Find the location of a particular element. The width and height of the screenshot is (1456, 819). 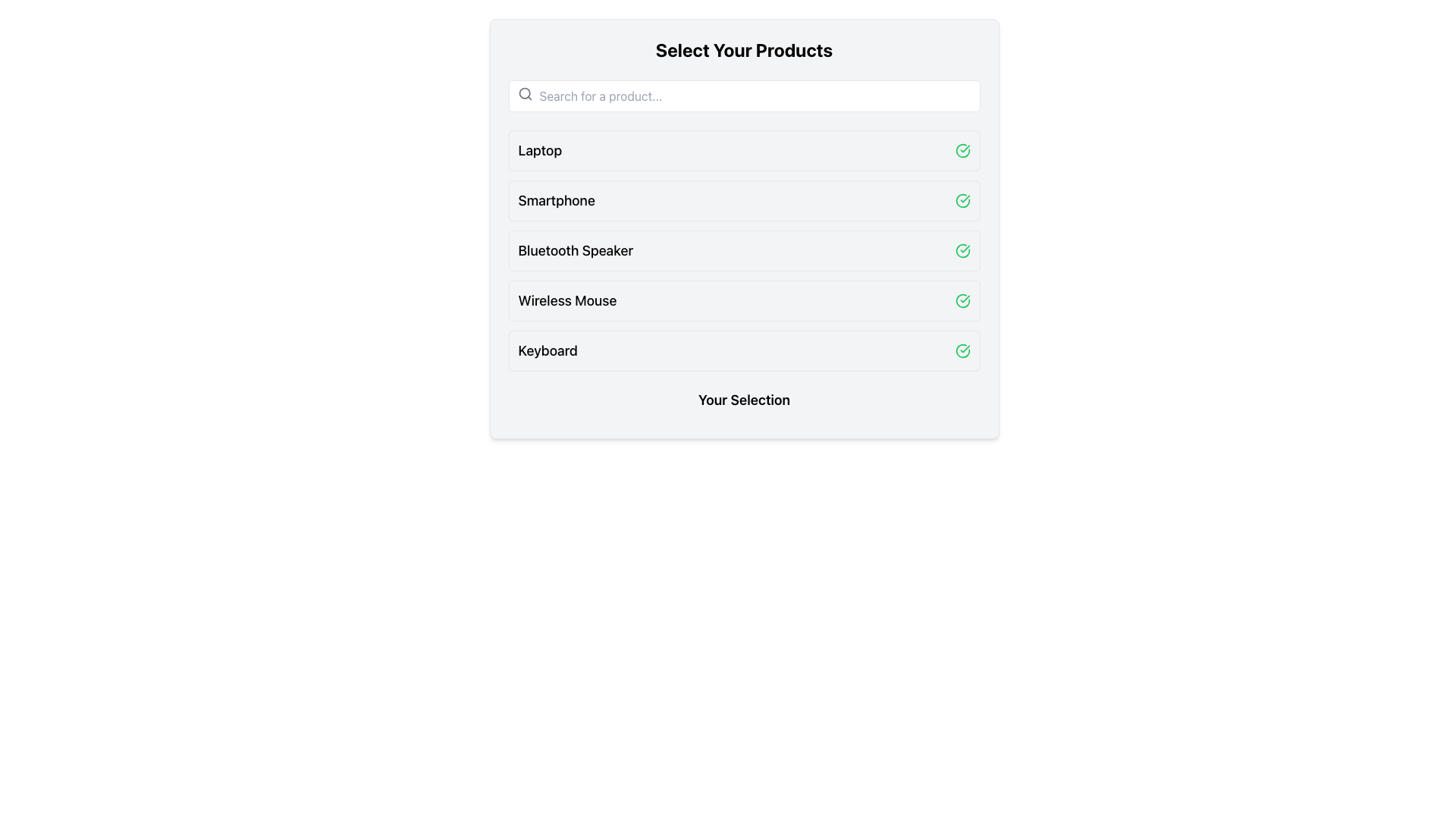

text of the central heading of the product selection panel, which helps users identify the purpose of the following section is located at coordinates (744, 49).